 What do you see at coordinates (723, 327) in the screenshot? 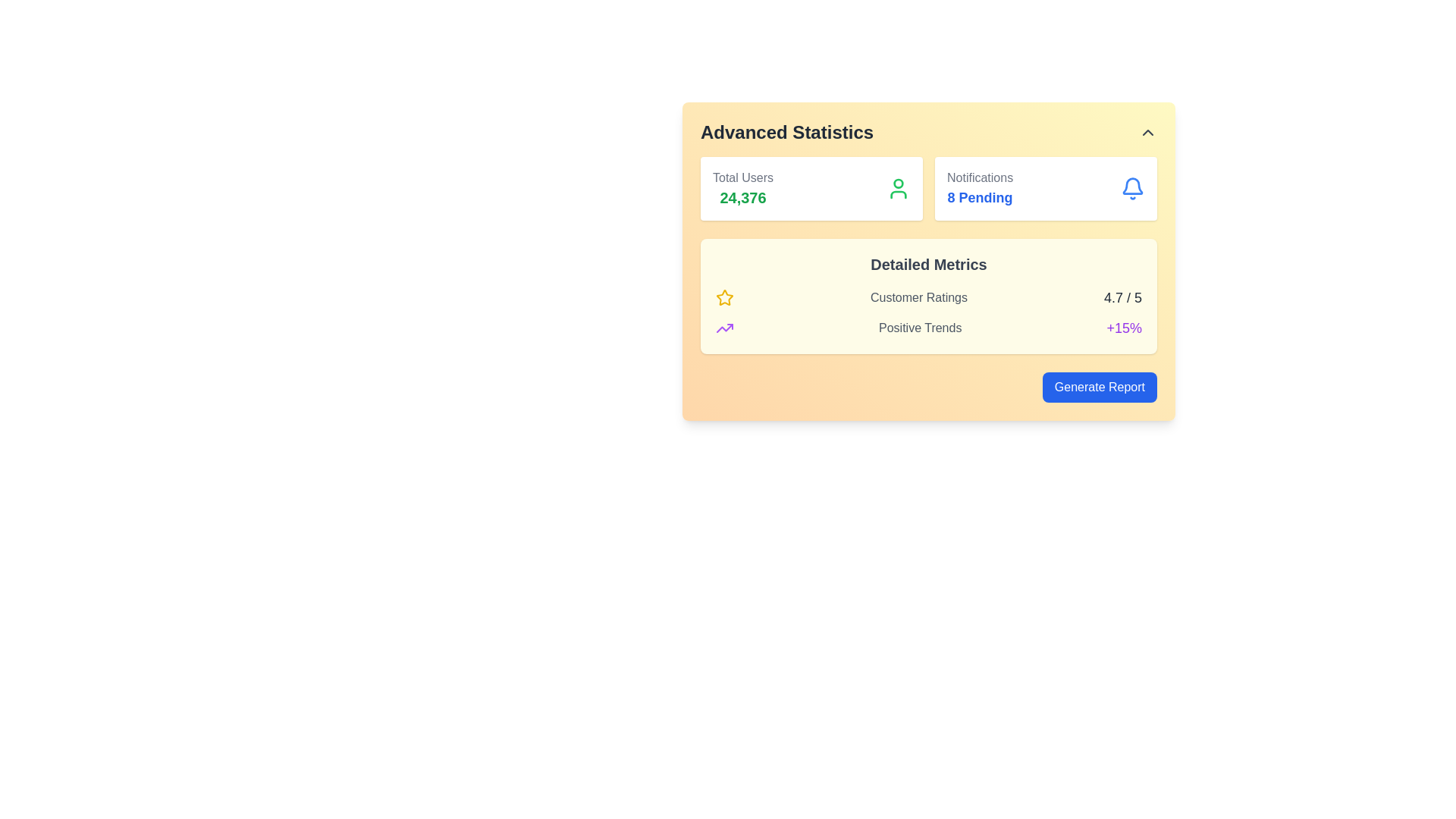
I see `the growth improvement icon representing the 'Positive Trends' metric, located in the leftmost portion of the 'Positive Trends' row within the 'Detailed Metrics' section of the dashboard card` at bounding box center [723, 327].